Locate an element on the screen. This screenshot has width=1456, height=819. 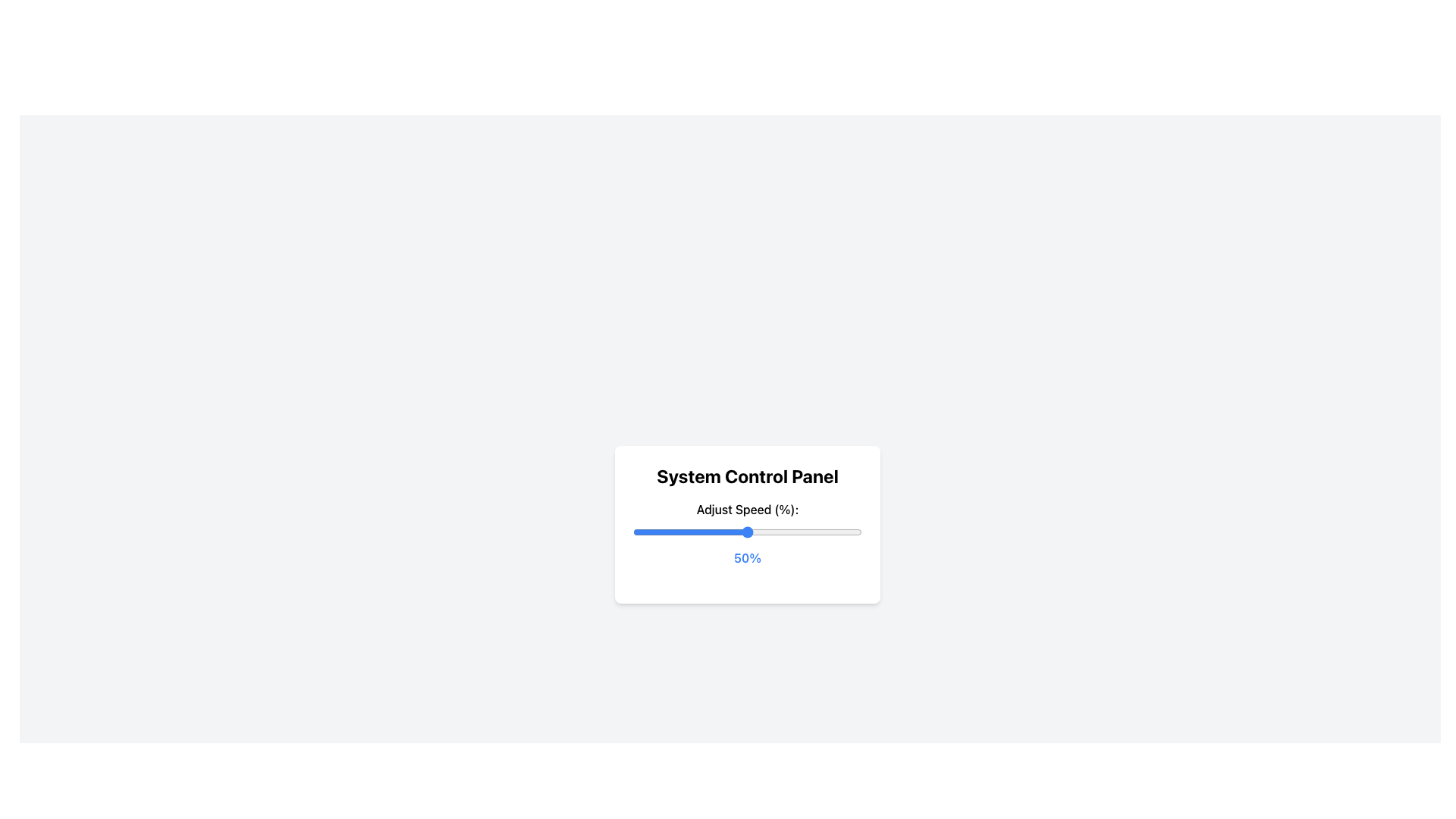
the speed is located at coordinates (820, 532).